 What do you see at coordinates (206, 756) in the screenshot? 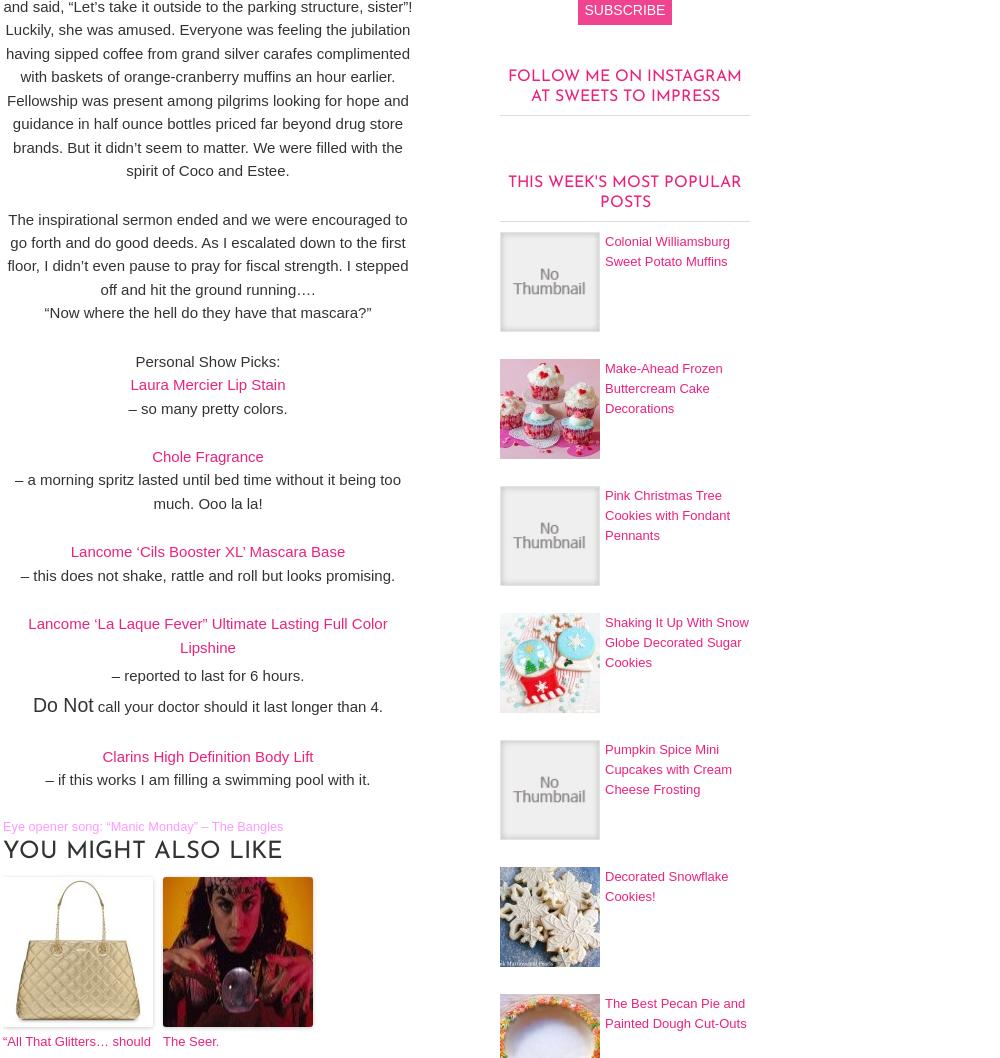
I see `'Clarins High Definition Body Lift'` at bounding box center [206, 756].